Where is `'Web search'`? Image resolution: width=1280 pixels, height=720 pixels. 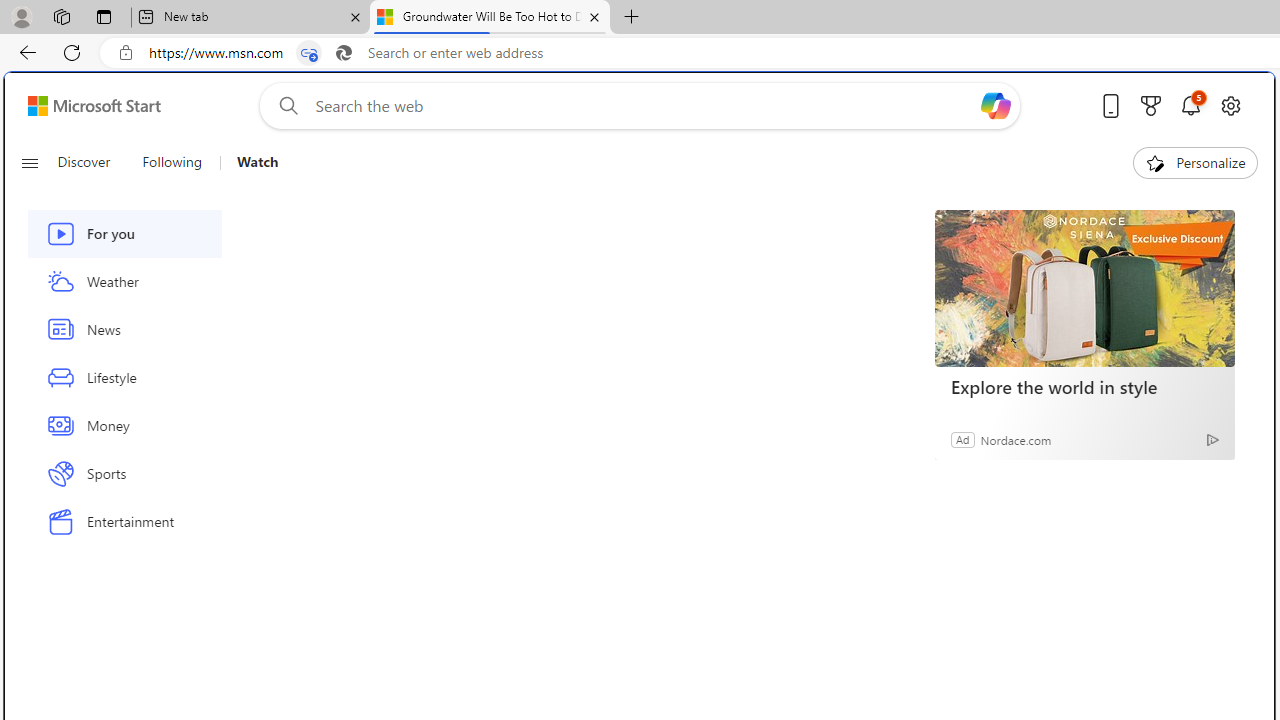
'Web search' is located at coordinates (283, 105).